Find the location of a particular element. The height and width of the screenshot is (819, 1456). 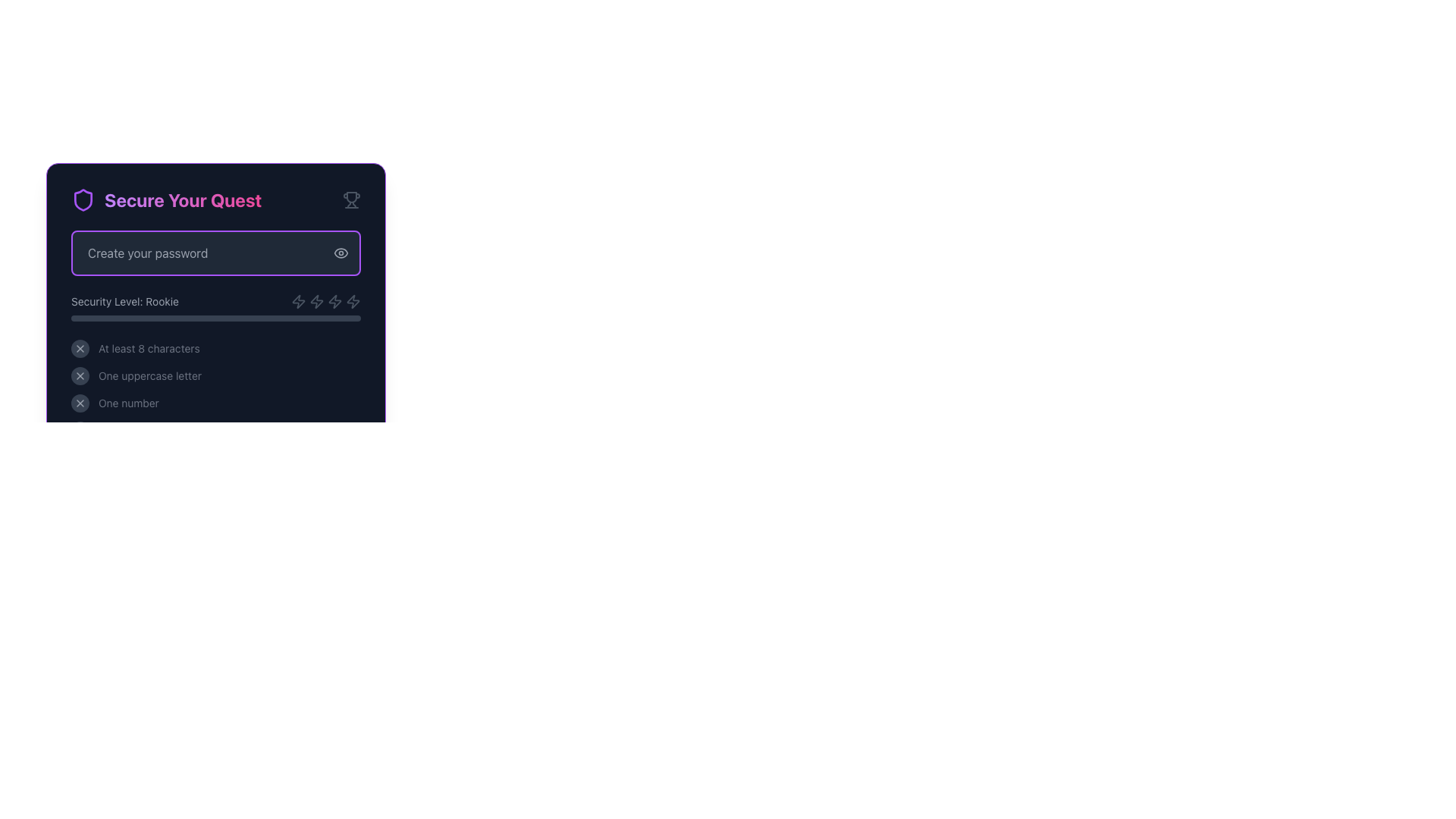

the 'Security Level: Rookie' text label is located at coordinates (215, 307).